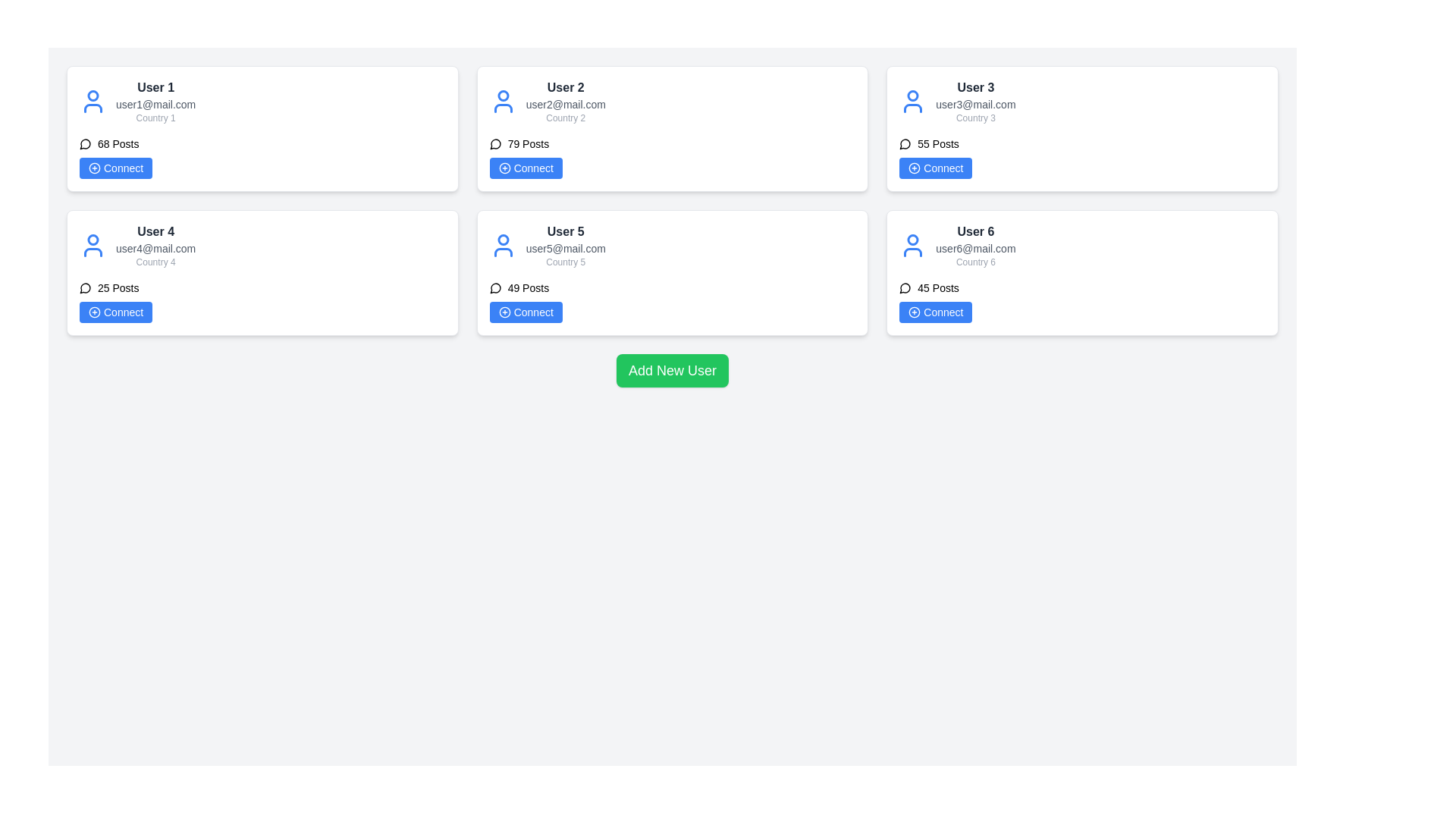  What do you see at coordinates (155, 104) in the screenshot?
I see `the text element displaying 'user1@mail.com', which is styled in a small gray font and positioned between 'User 1' and 'Country 1' within the top-left card of the grid layout` at bounding box center [155, 104].